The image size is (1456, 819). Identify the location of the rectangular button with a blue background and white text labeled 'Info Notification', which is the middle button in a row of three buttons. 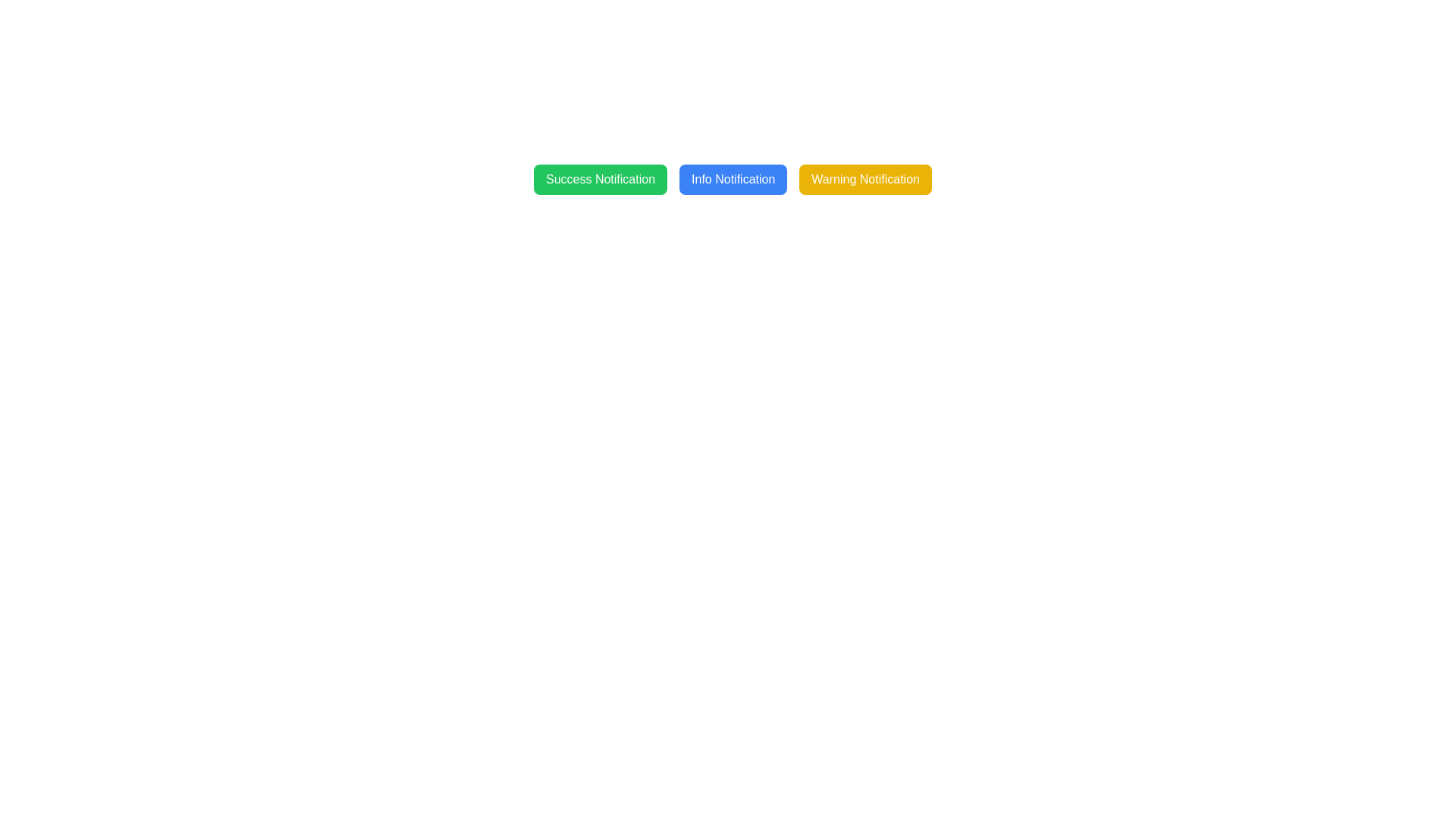
(733, 178).